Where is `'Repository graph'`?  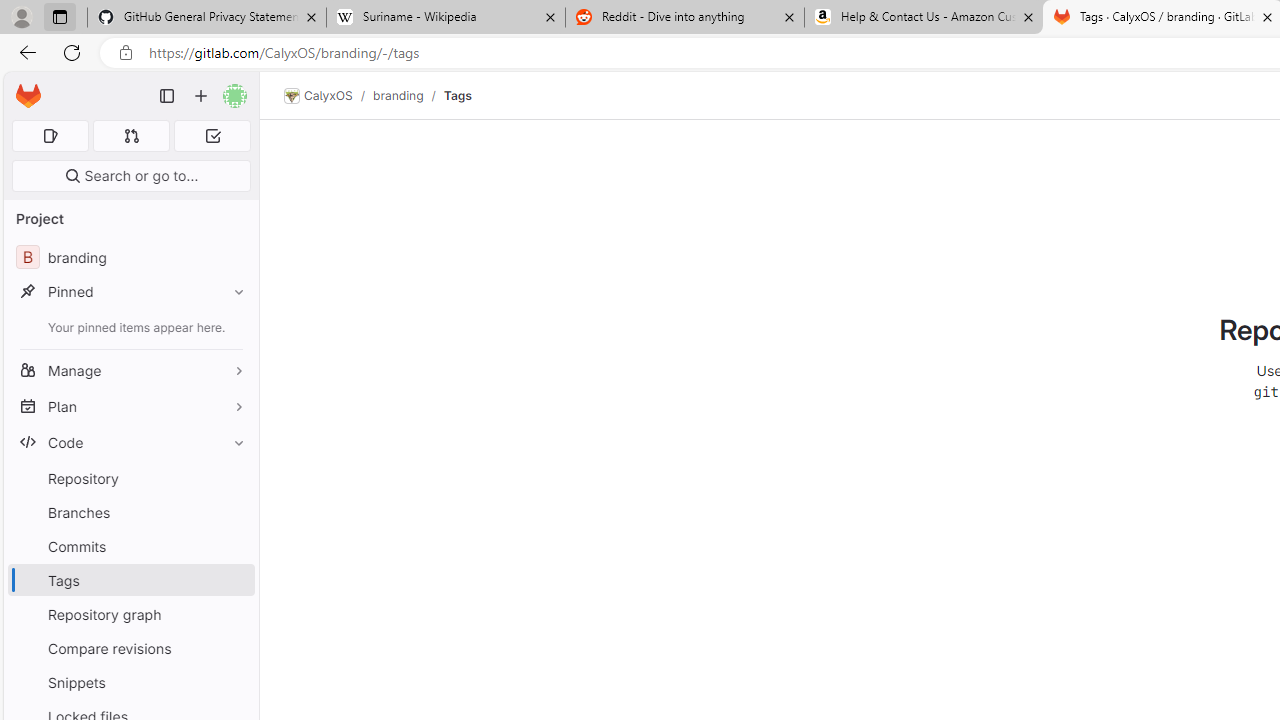 'Repository graph' is located at coordinates (130, 613).